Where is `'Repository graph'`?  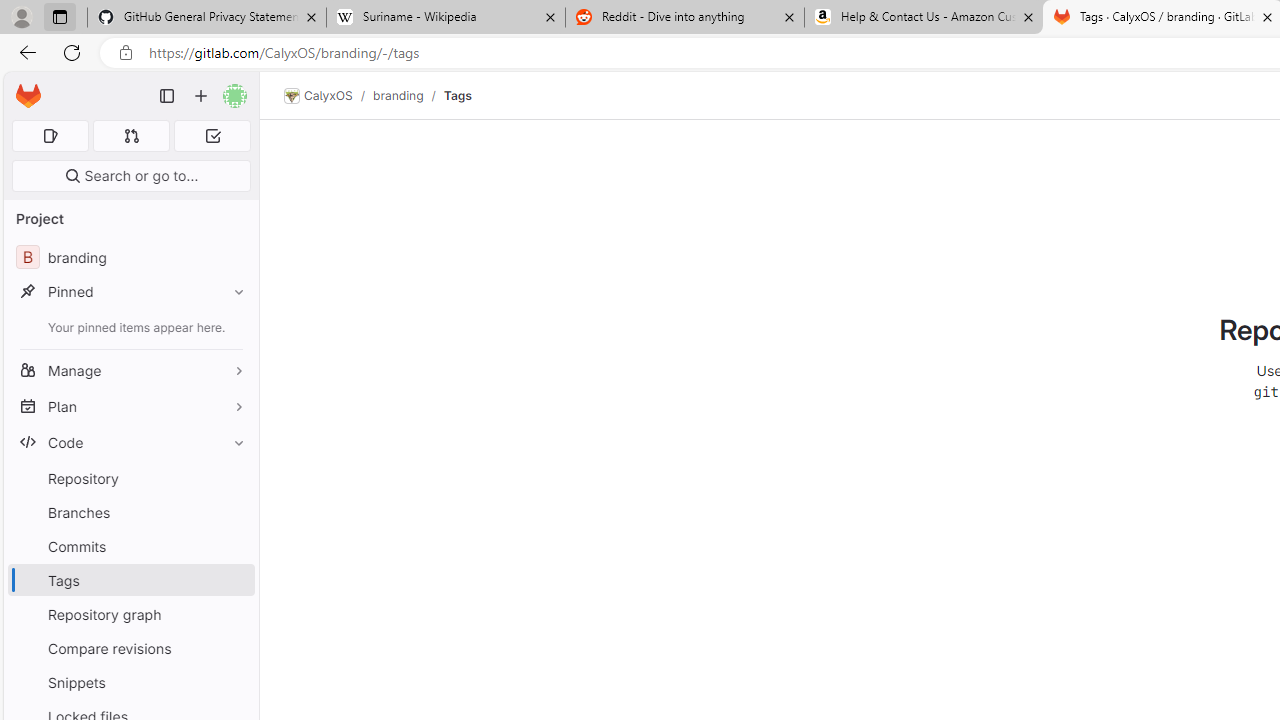 'Repository graph' is located at coordinates (130, 613).